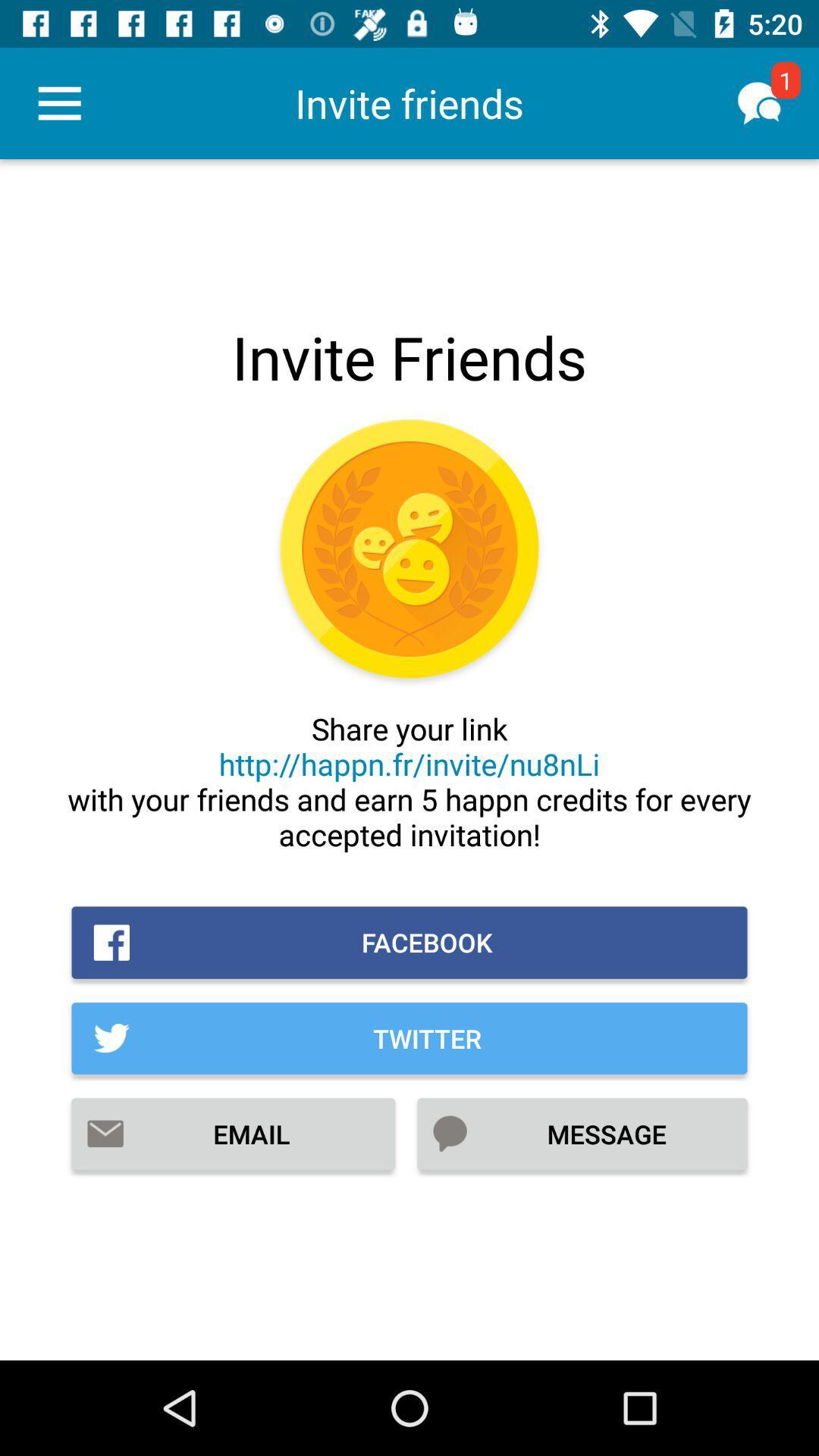  Describe the element at coordinates (409, 1037) in the screenshot. I see `twitter` at that location.